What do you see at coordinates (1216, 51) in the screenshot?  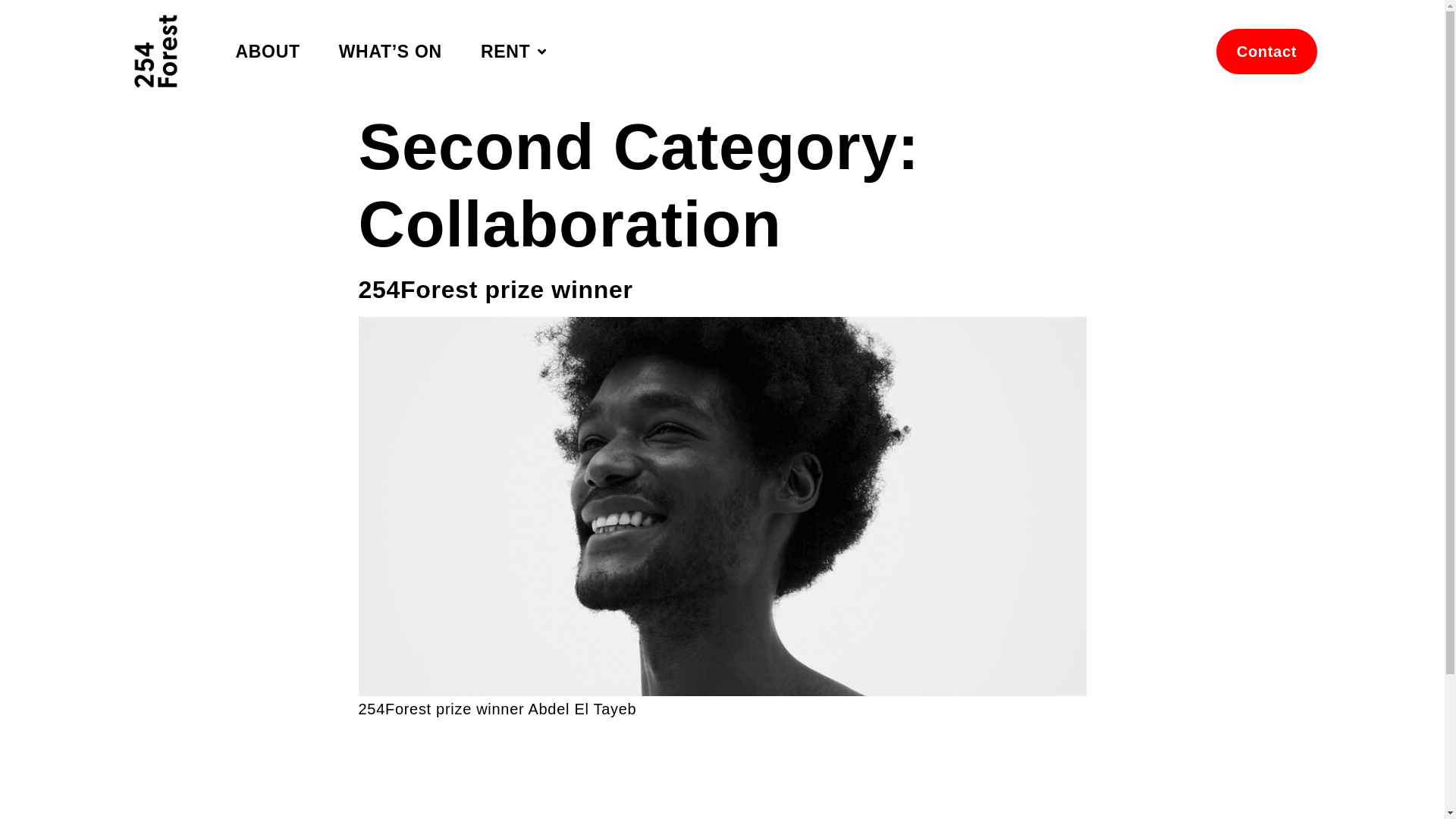 I see `'Contact'` at bounding box center [1216, 51].